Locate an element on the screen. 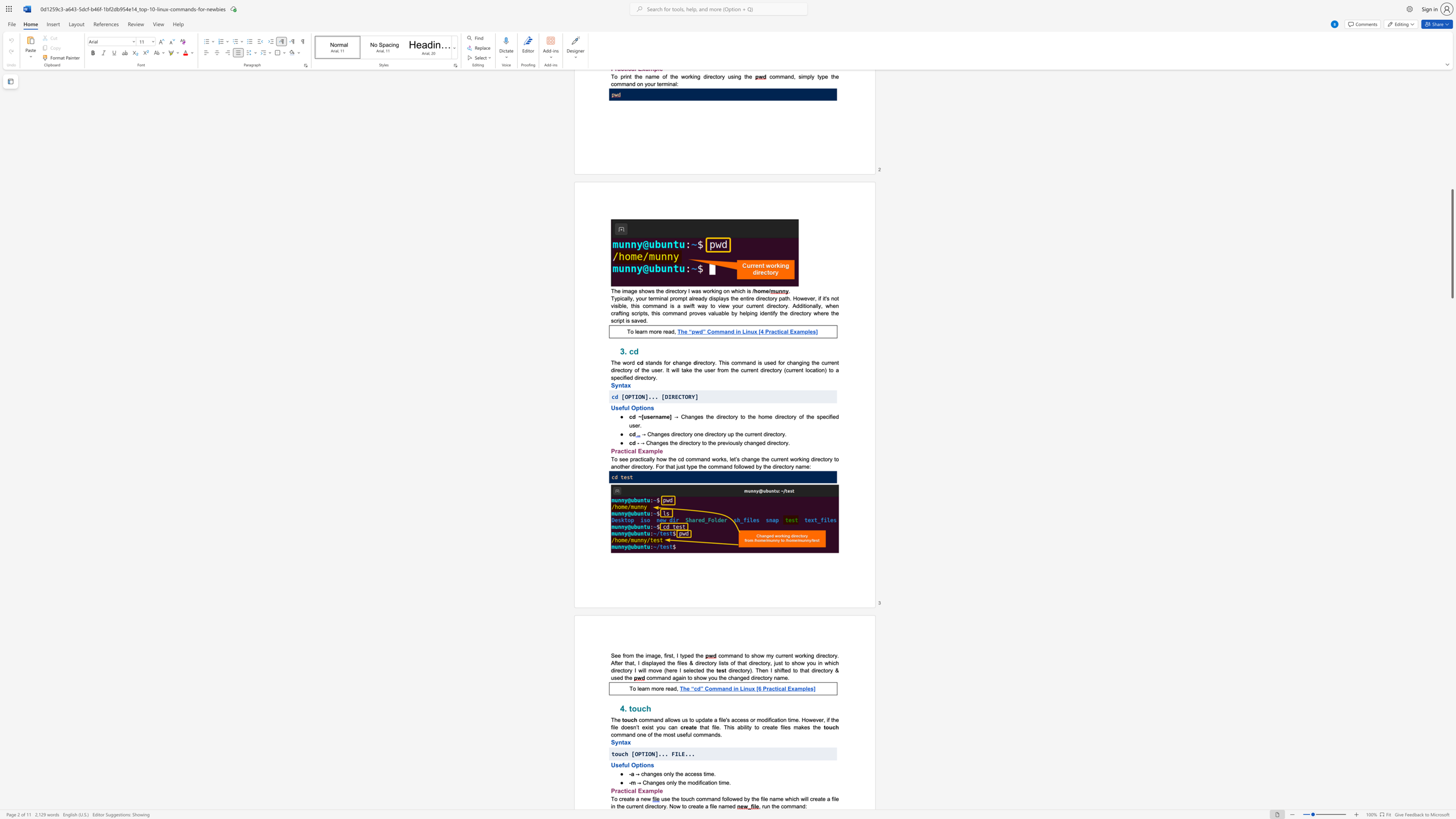 The width and height of the screenshot is (1456, 819). the subset text "he command" within the text ", run the command:" is located at coordinates (772, 806).